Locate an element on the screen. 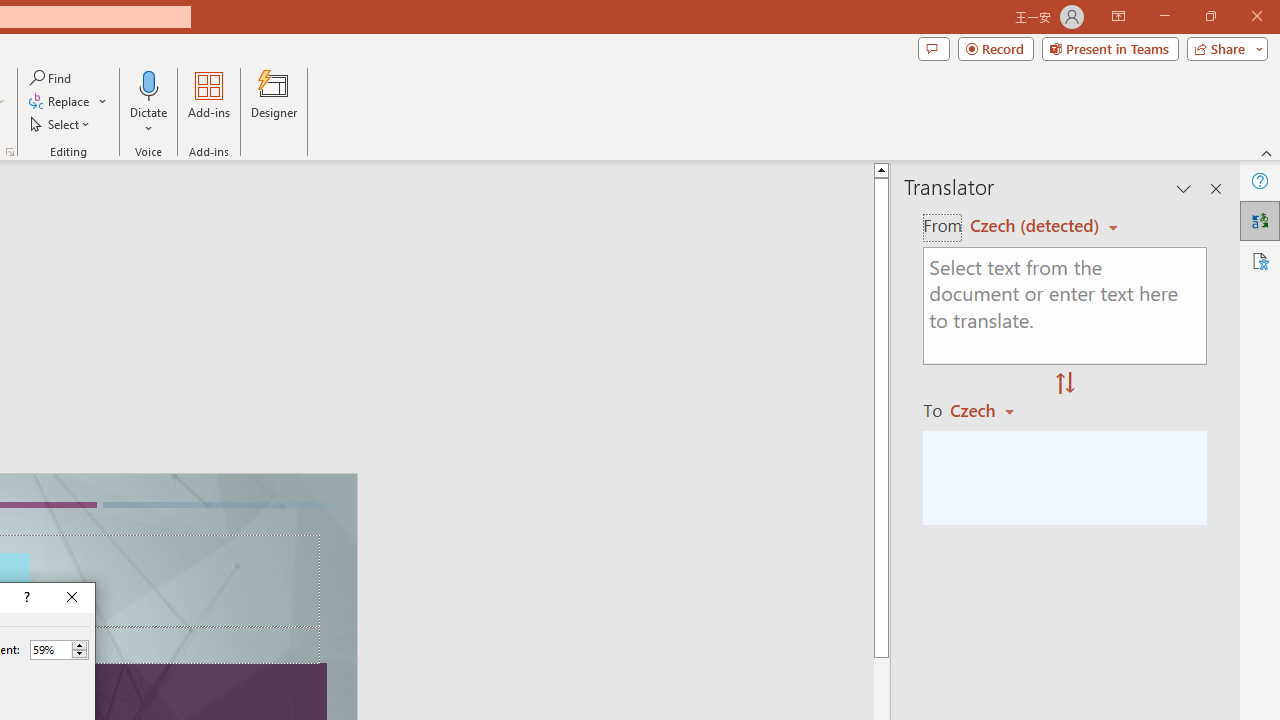 The height and width of the screenshot is (720, 1280). 'Percent' is located at coordinates (59, 650).